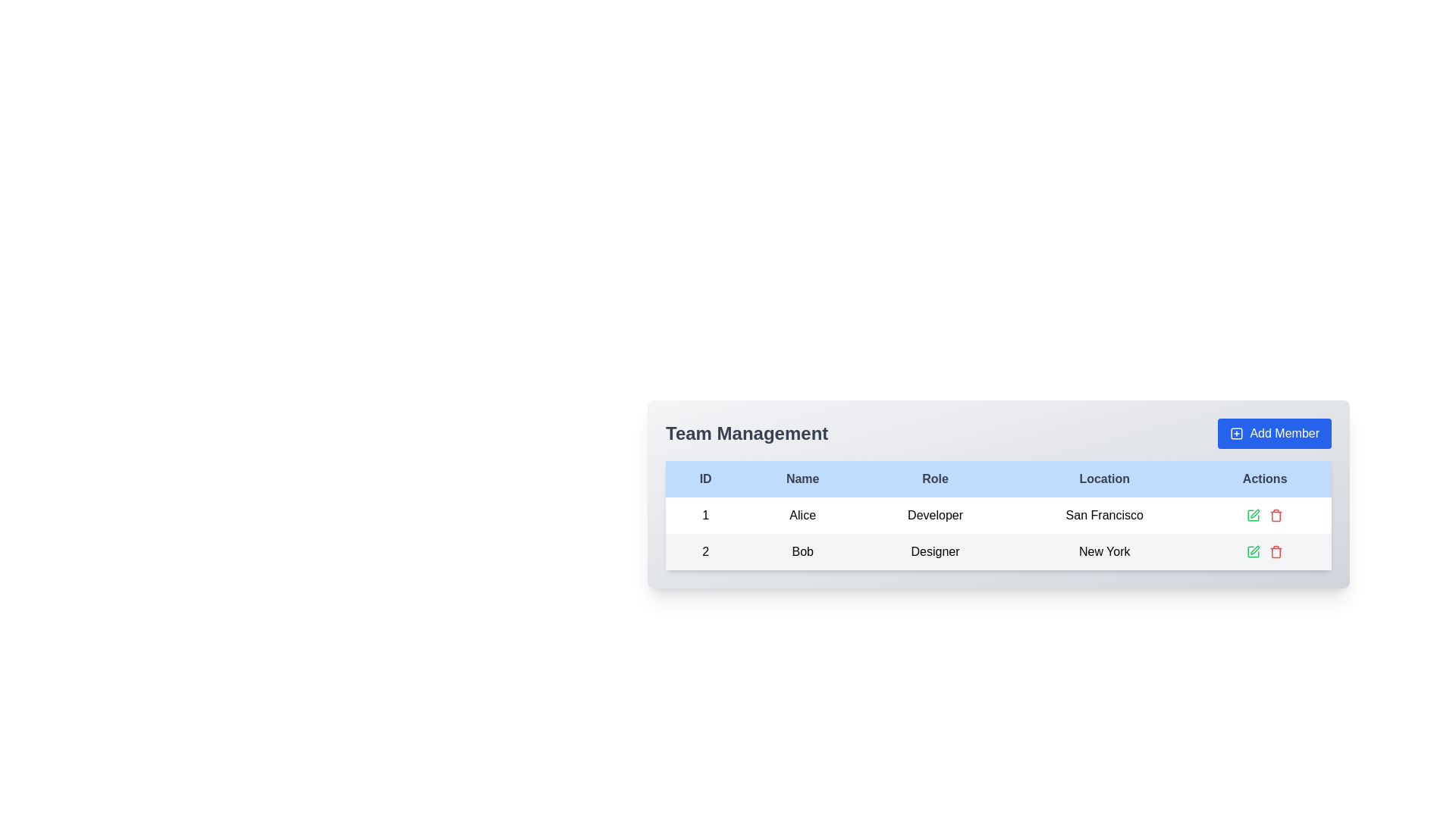 The image size is (1456, 819). Describe the element at coordinates (704, 514) in the screenshot. I see `the Text label displaying the ID number for the entity 'Alice' in the first cell of the first row of the table beneath the 'ID' header` at that location.